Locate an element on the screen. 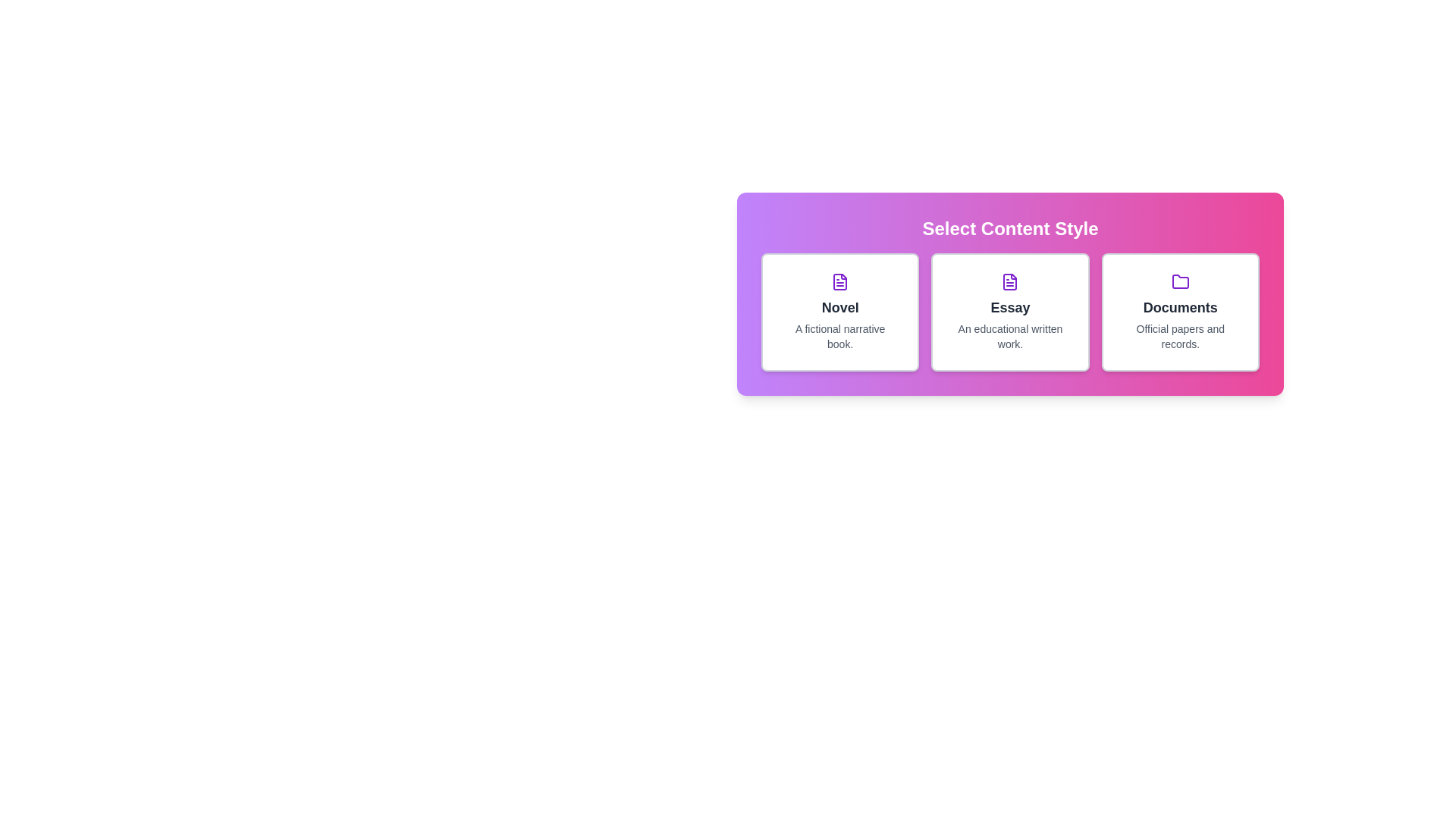  the descriptive Text Label located below the title 'Novel' in the leftmost card of three horizontally aligned cards is located at coordinates (839, 335).